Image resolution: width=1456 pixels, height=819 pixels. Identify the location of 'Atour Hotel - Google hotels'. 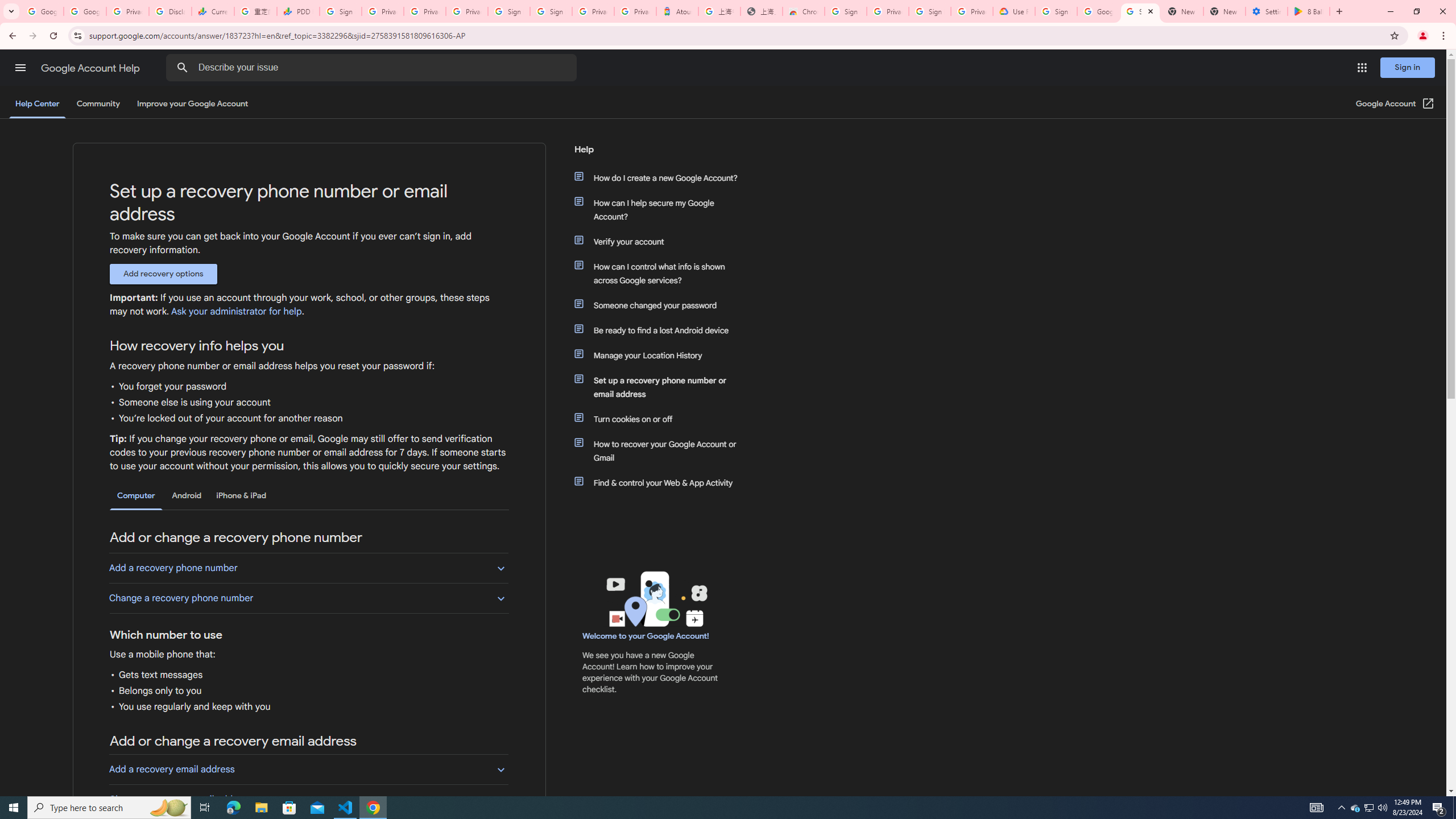
(677, 11).